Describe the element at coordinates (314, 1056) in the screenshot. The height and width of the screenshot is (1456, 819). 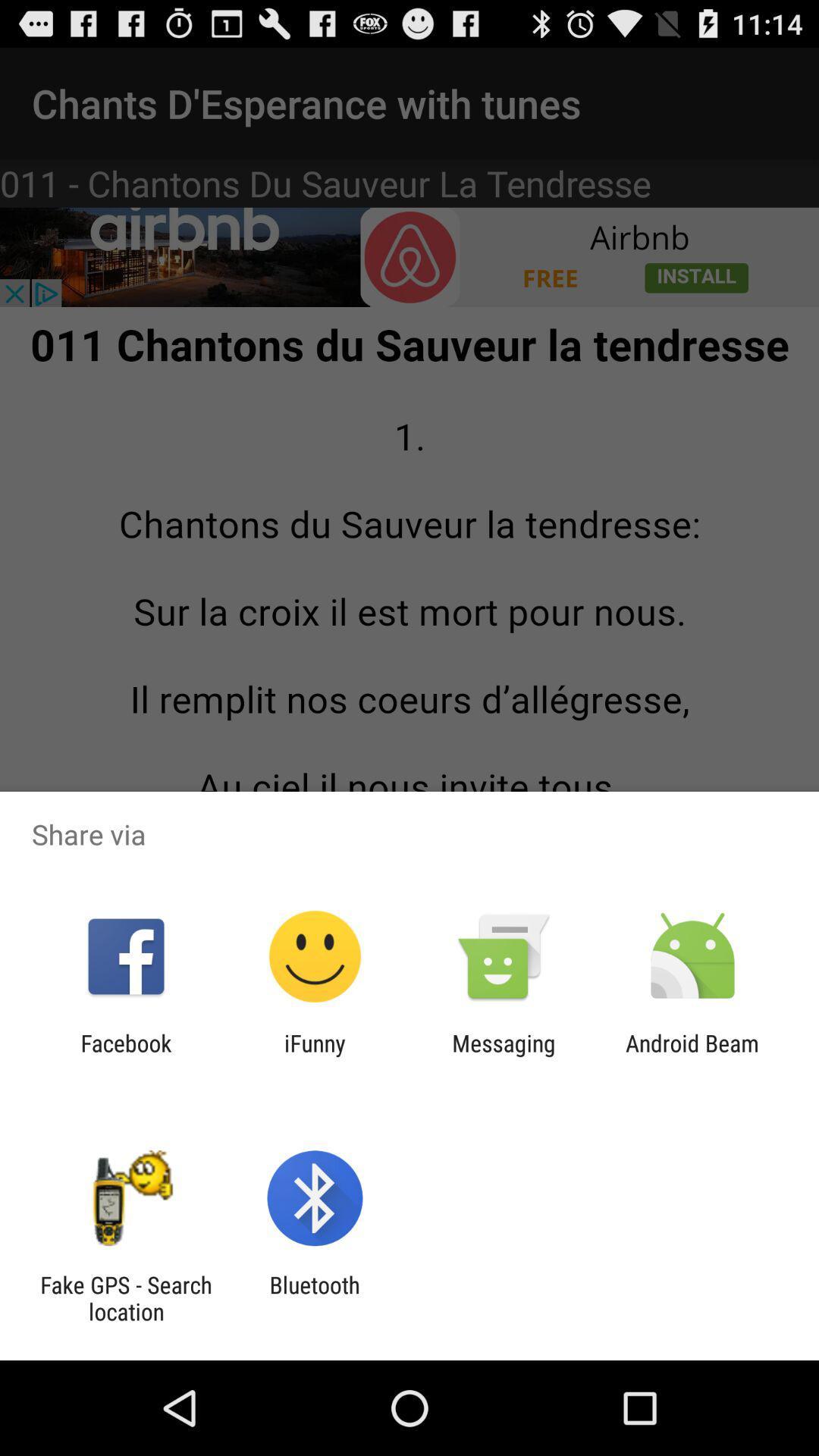
I see `ifunny item` at that location.